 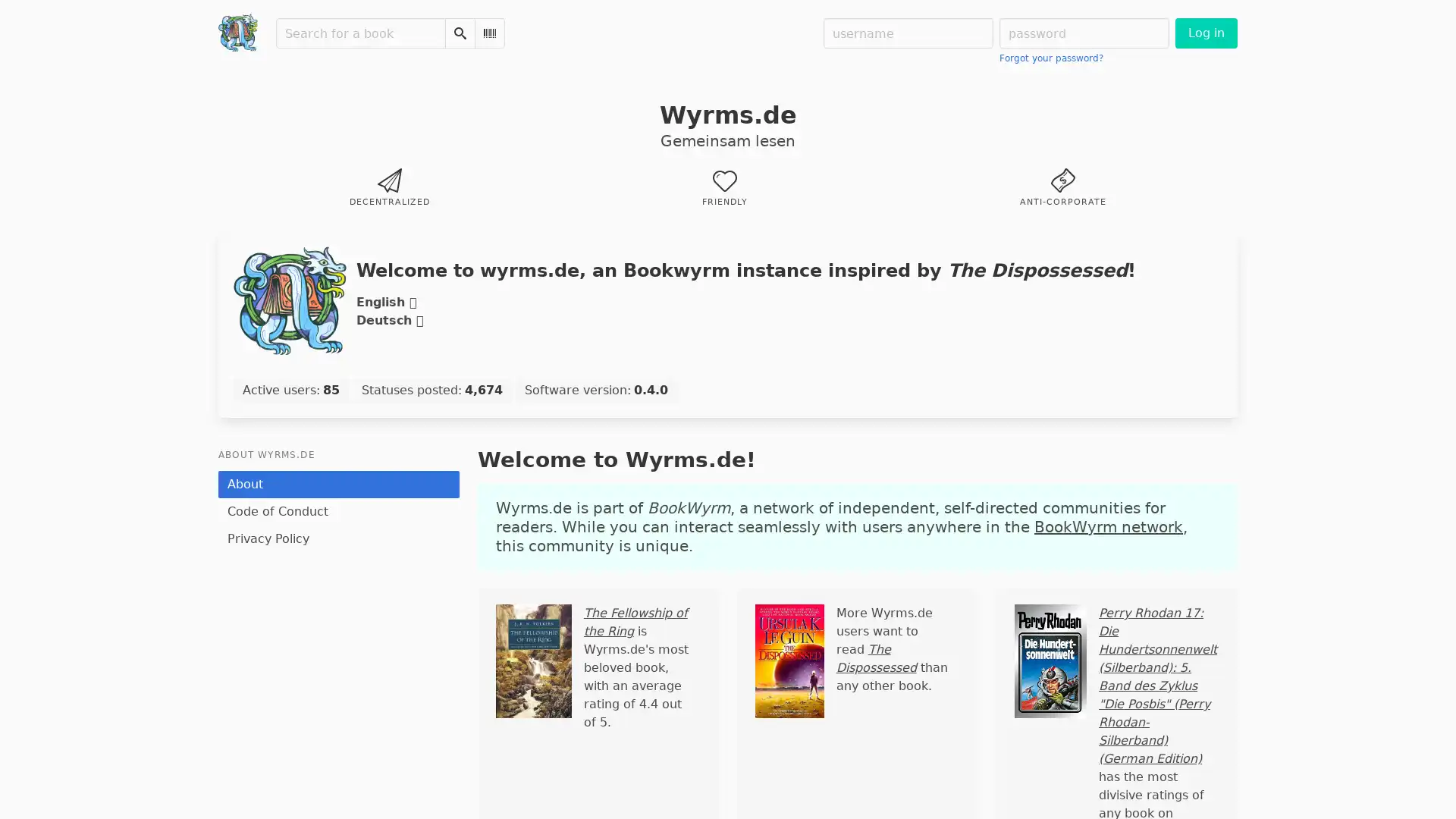 What do you see at coordinates (459, 33) in the screenshot?
I see `Search` at bounding box center [459, 33].